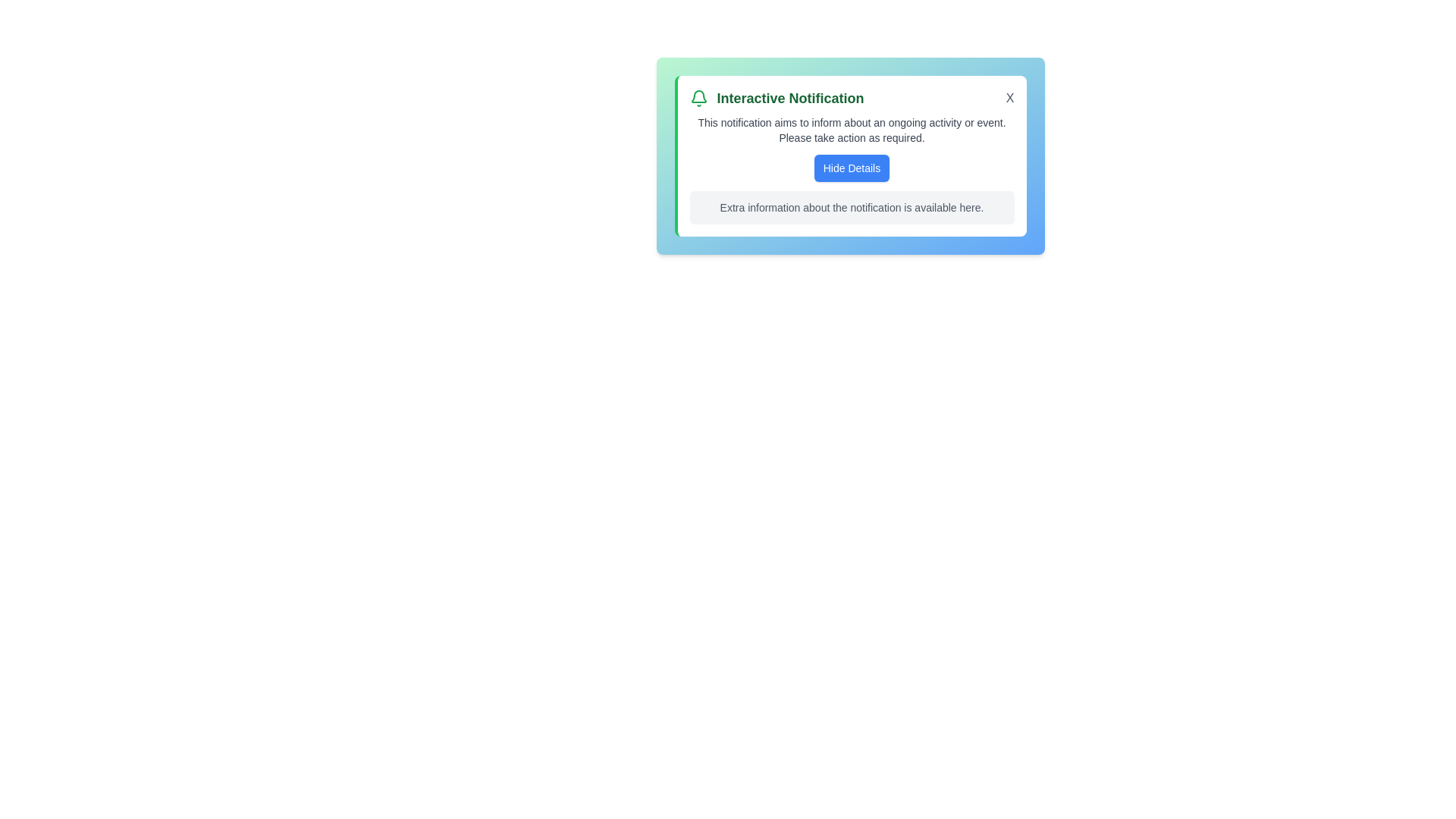 The height and width of the screenshot is (819, 1456). Describe the element at coordinates (1009, 99) in the screenshot. I see `'X' button to dismiss the notification` at that location.